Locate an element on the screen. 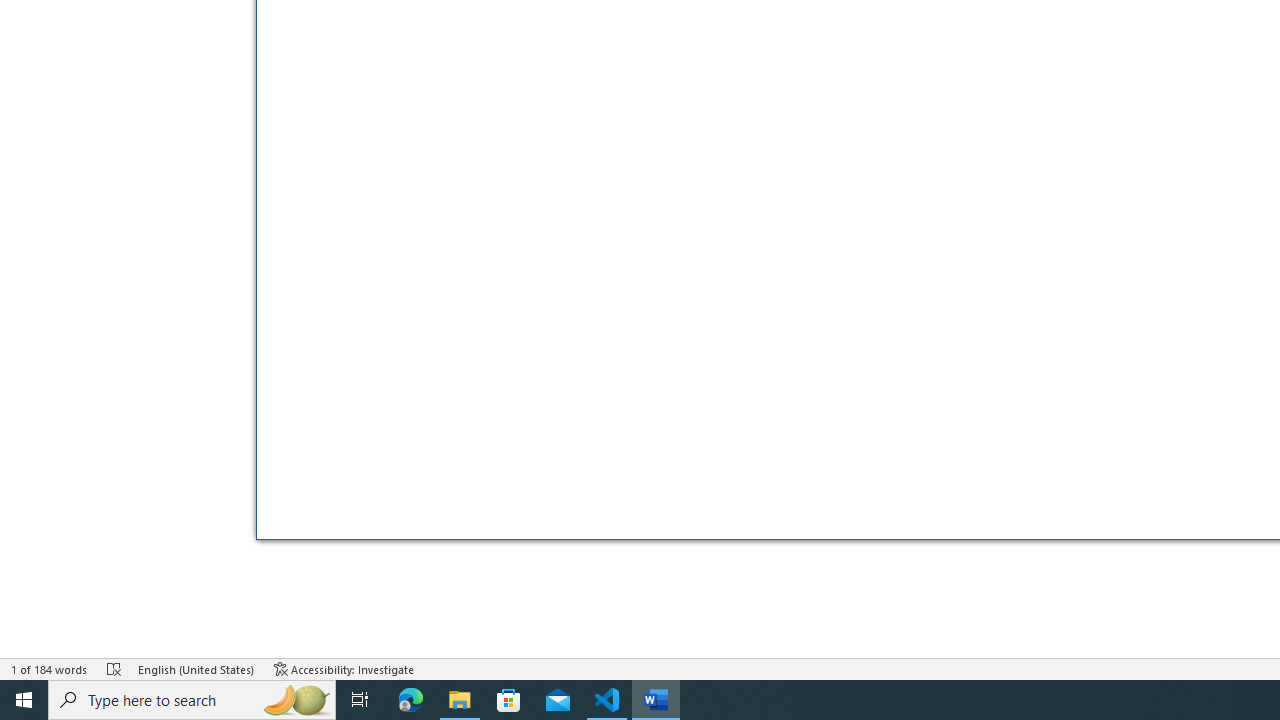  'Type here to search' is located at coordinates (192, 698).